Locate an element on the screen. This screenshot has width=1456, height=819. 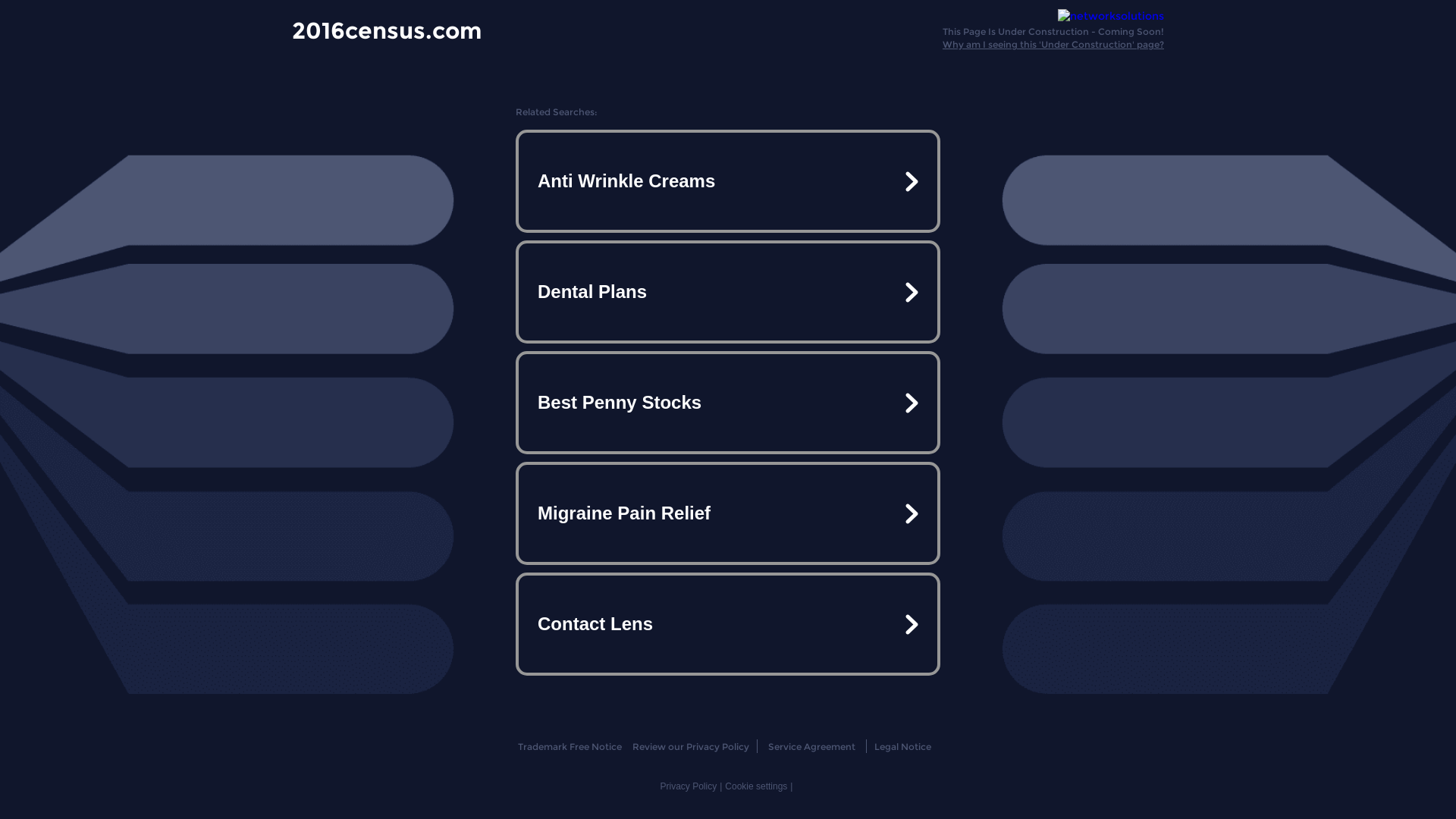
'Review our Privacy Policy' is located at coordinates (690, 745).